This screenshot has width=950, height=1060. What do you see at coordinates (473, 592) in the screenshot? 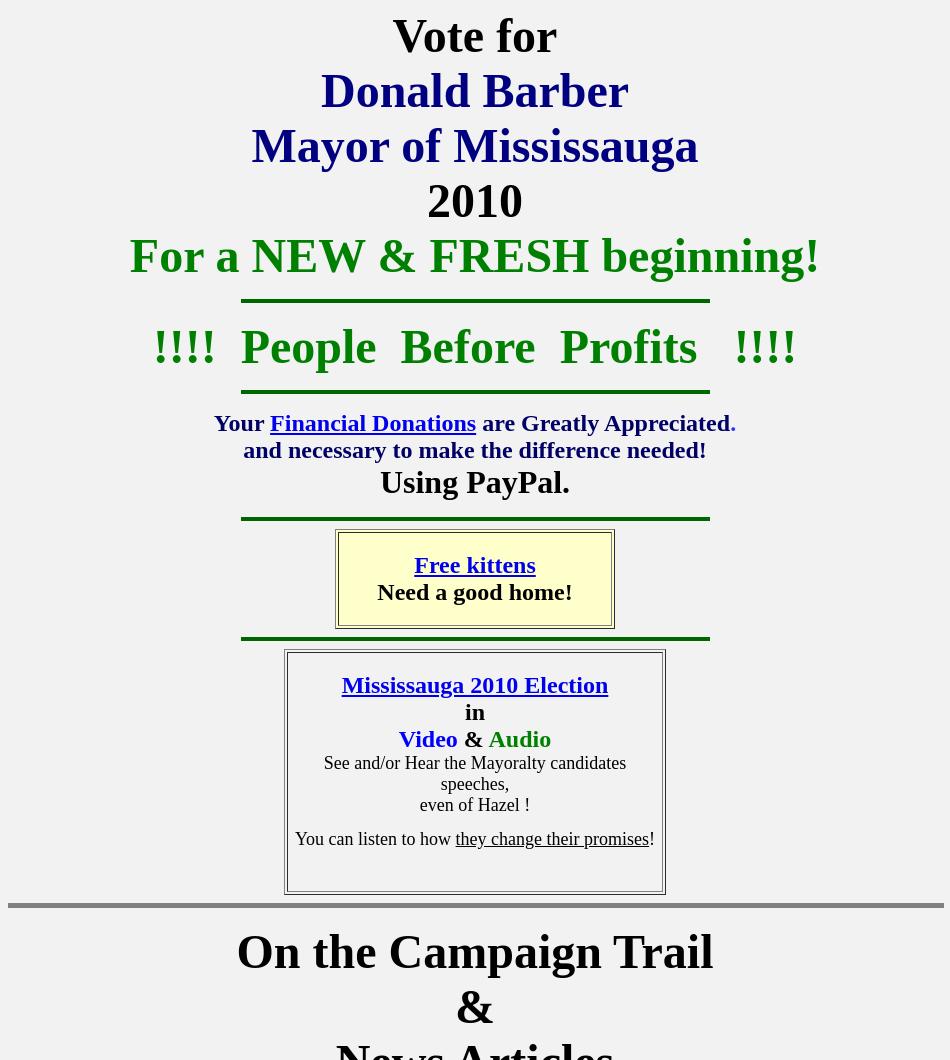
I see `'Need a good home!'` at bounding box center [473, 592].